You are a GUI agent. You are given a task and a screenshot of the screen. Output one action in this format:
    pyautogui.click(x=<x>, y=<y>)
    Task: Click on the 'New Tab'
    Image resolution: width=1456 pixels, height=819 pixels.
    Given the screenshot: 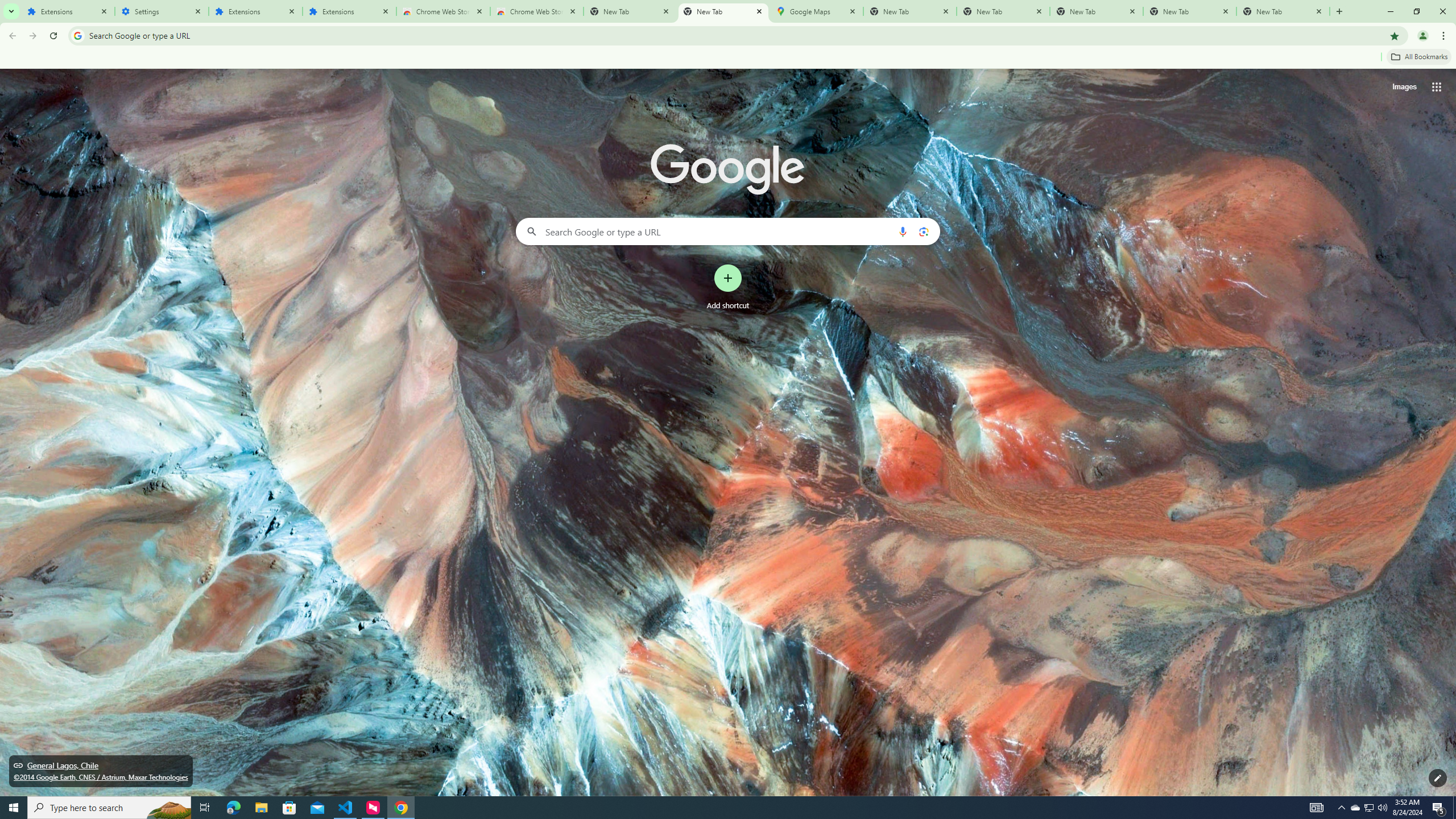 What is the action you would take?
    pyautogui.click(x=1283, y=11)
    